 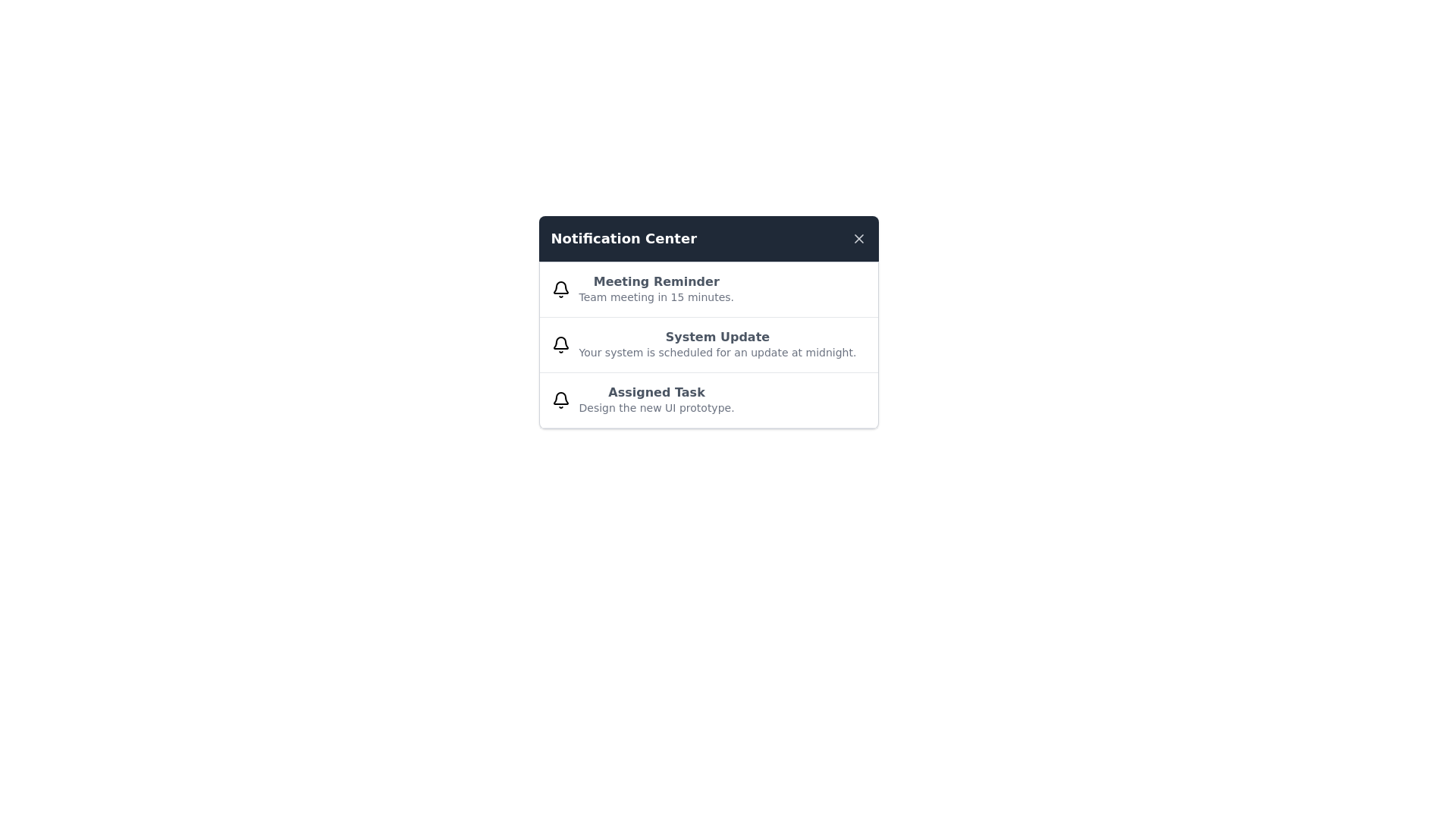 I want to click on the text element displaying 'Design the new UI prototype.' located beneath the 'Assigned Task' heading in the third notification box, so click(x=657, y=406).